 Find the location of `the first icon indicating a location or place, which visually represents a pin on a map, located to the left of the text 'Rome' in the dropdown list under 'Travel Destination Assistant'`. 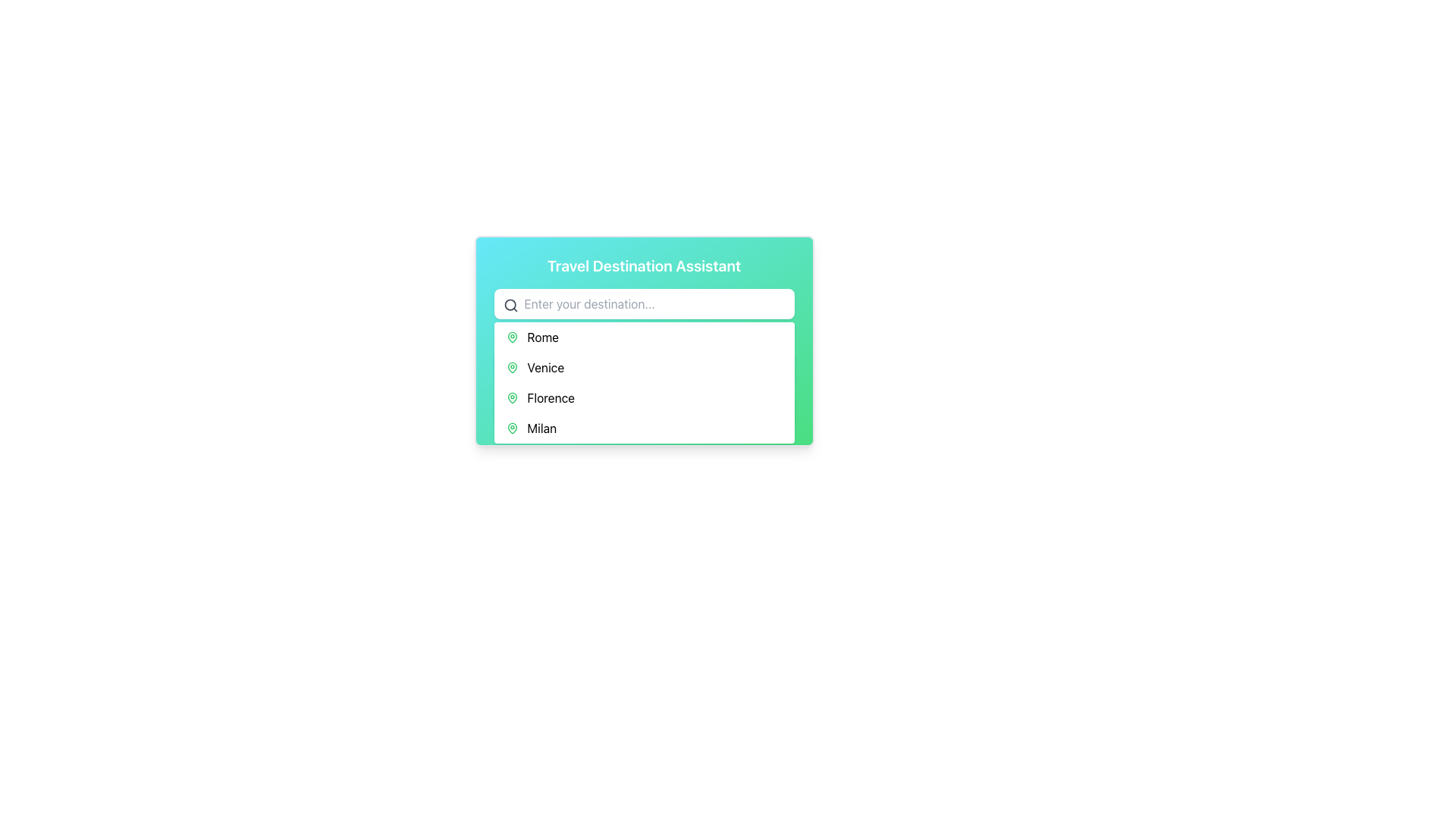

the first icon indicating a location or place, which visually represents a pin on a map, located to the left of the text 'Rome' in the dropdown list under 'Travel Destination Assistant' is located at coordinates (512, 336).